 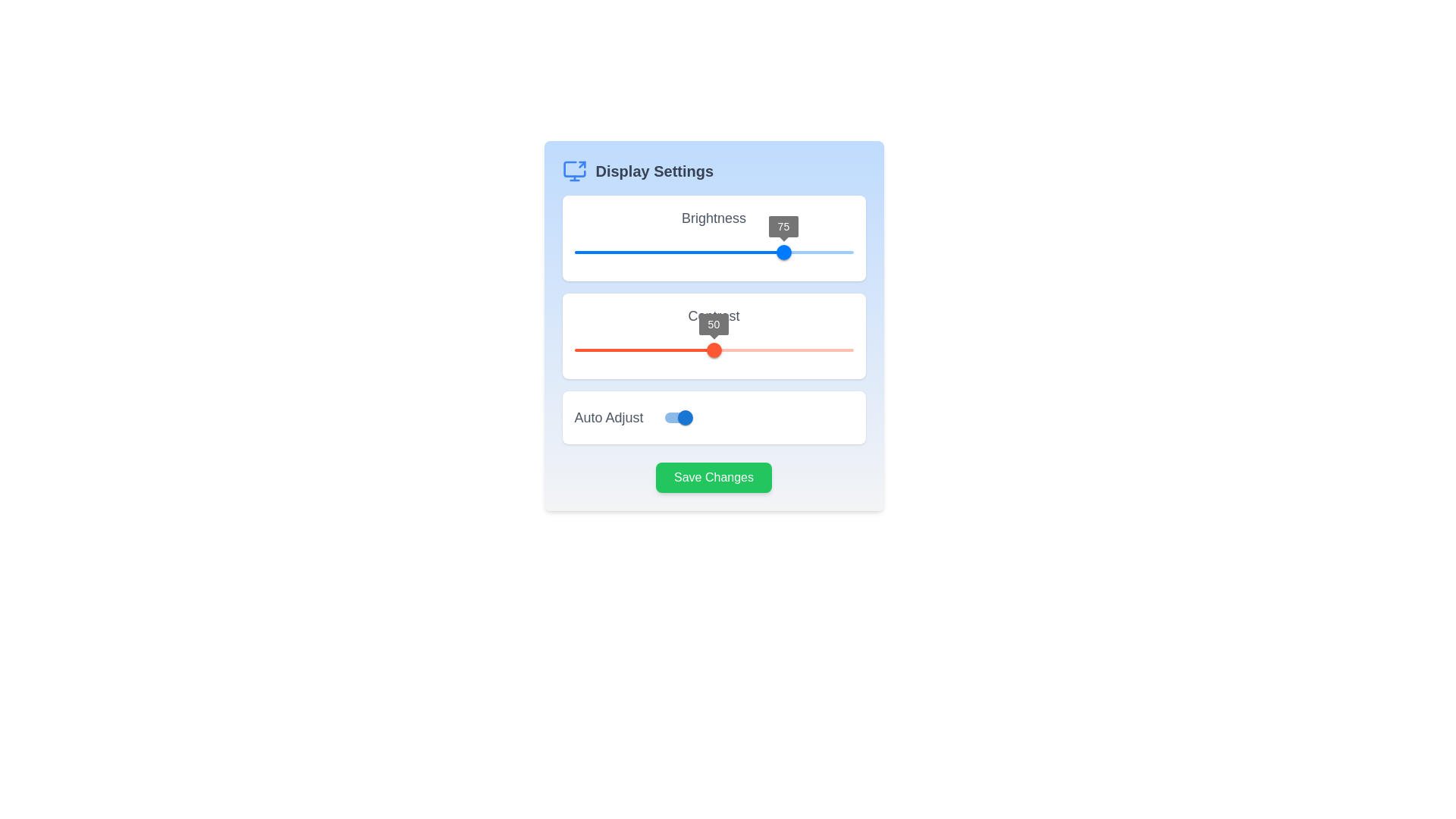 I want to click on the contrast, so click(x=661, y=350).